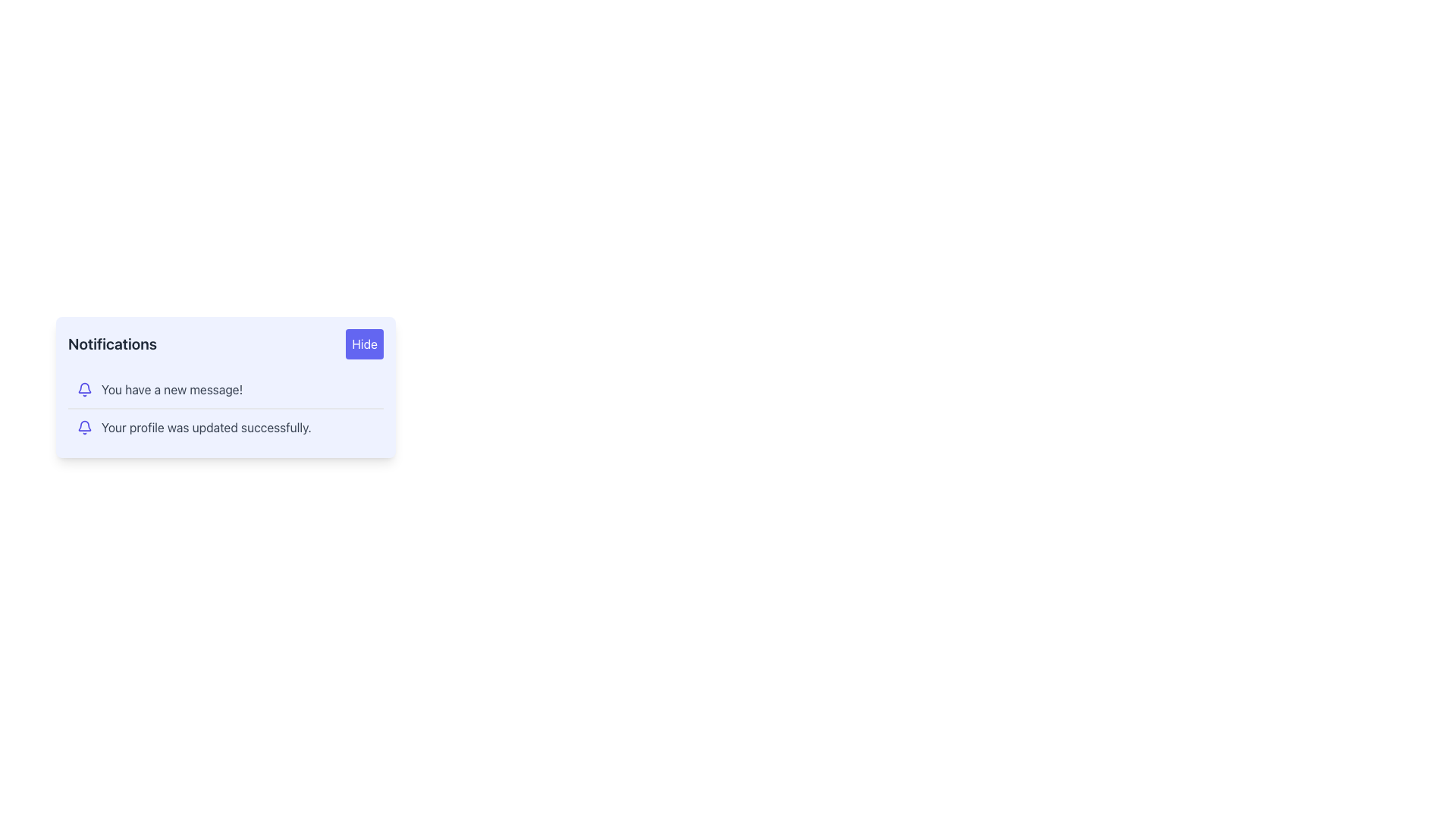 This screenshot has height=819, width=1456. Describe the element at coordinates (172, 388) in the screenshot. I see `the text element that reads 'You have a new message!' which is positioned to the right of a small bell icon within a notification card` at that location.